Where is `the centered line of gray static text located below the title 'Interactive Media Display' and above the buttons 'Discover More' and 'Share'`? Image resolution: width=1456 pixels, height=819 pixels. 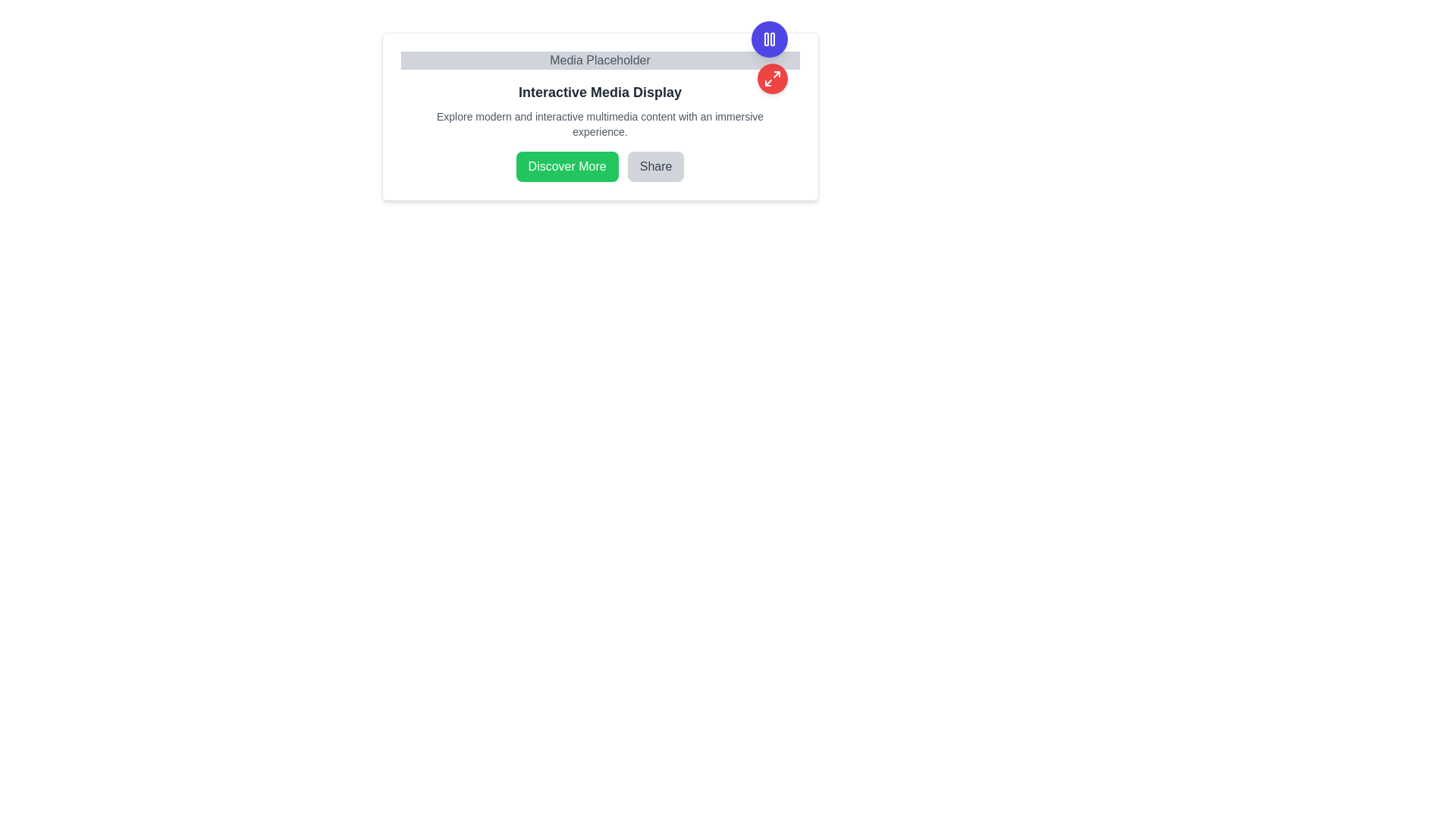
the centered line of gray static text located below the title 'Interactive Media Display' and above the buttons 'Discover More' and 'Share' is located at coordinates (599, 124).